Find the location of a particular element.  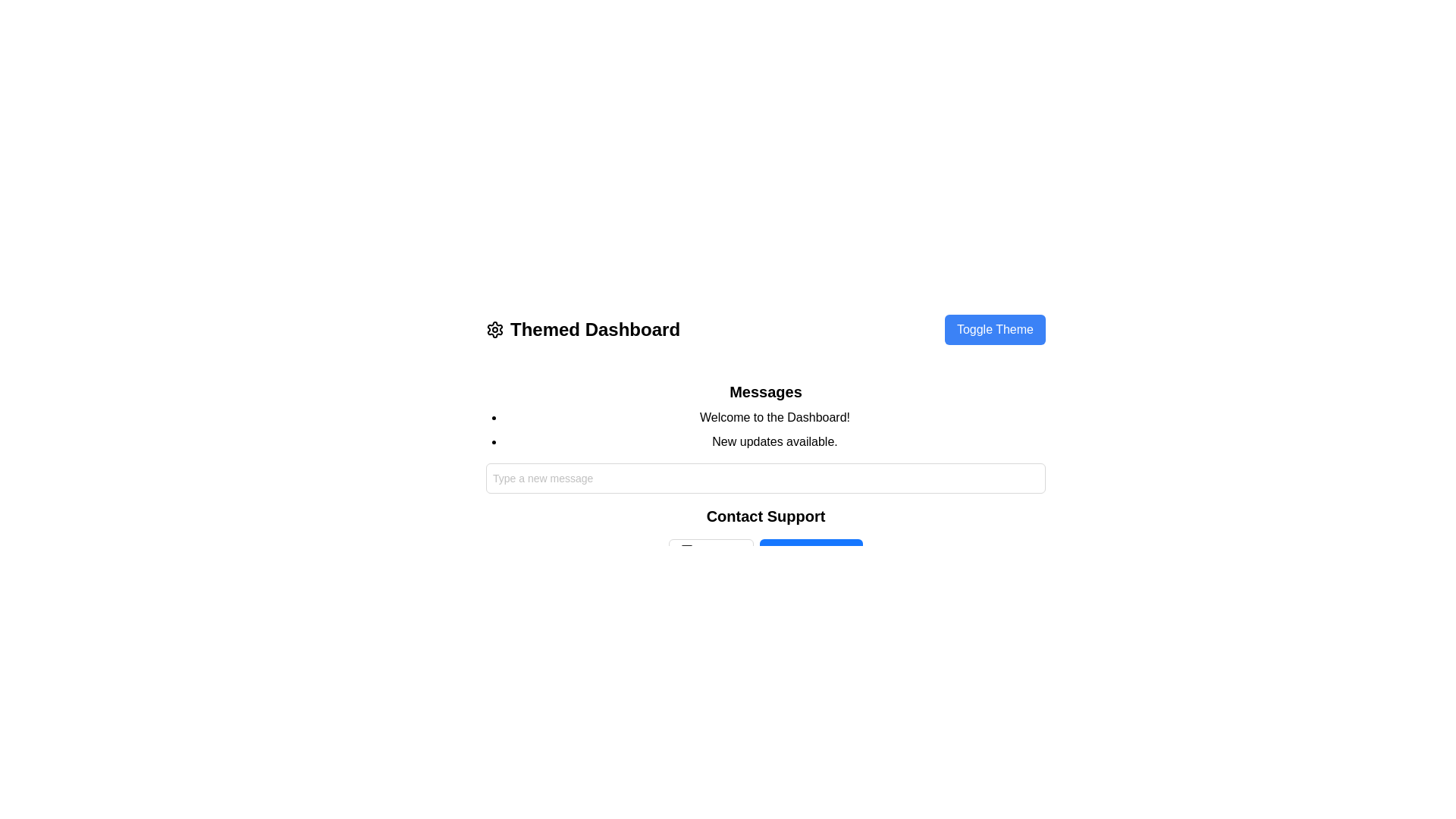

the settings icon located on the left side of the text 'Themed Dashboard' in the header section is located at coordinates (494, 329).